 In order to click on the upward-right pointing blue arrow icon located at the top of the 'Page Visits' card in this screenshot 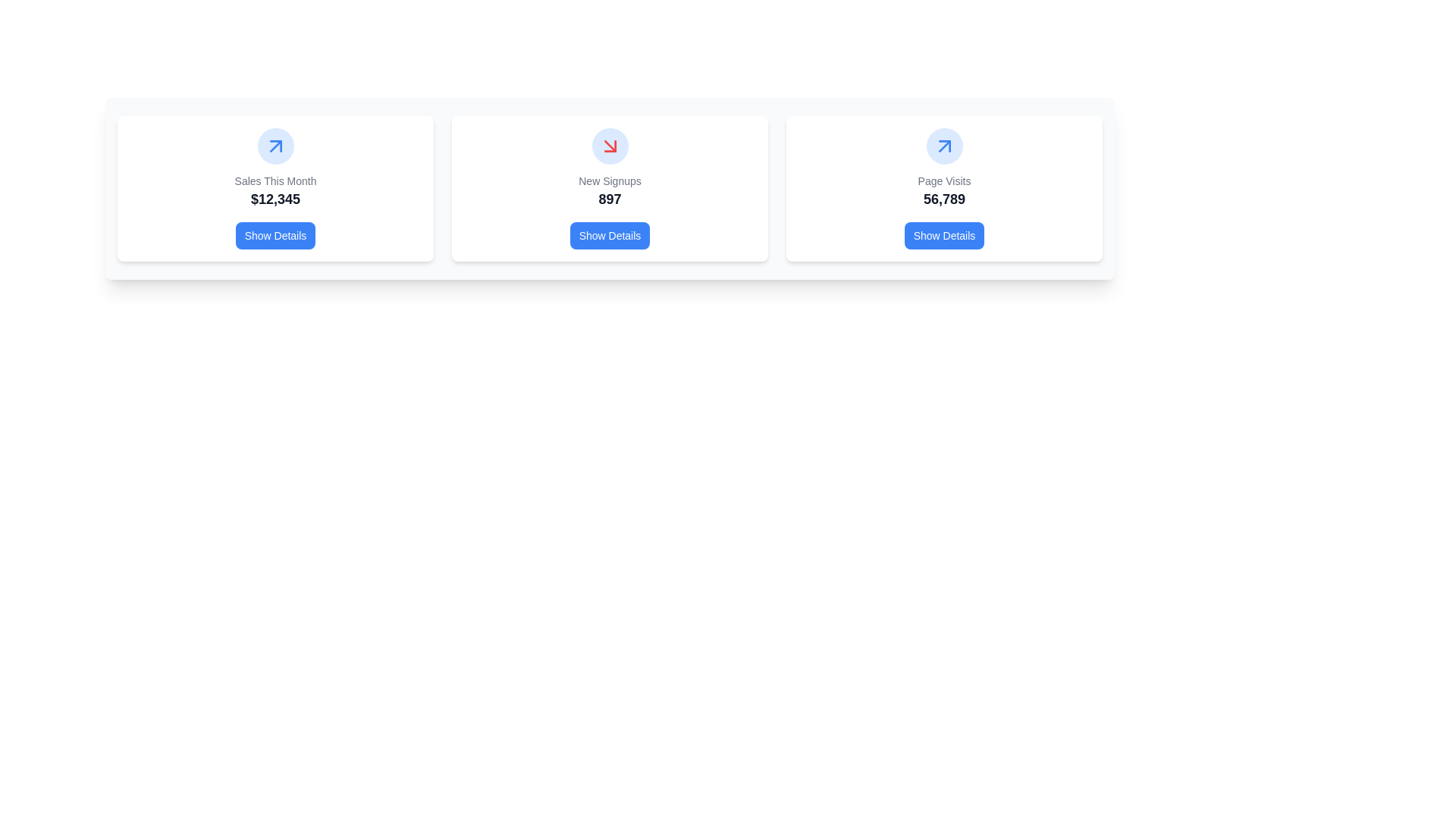, I will do `click(943, 146)`.